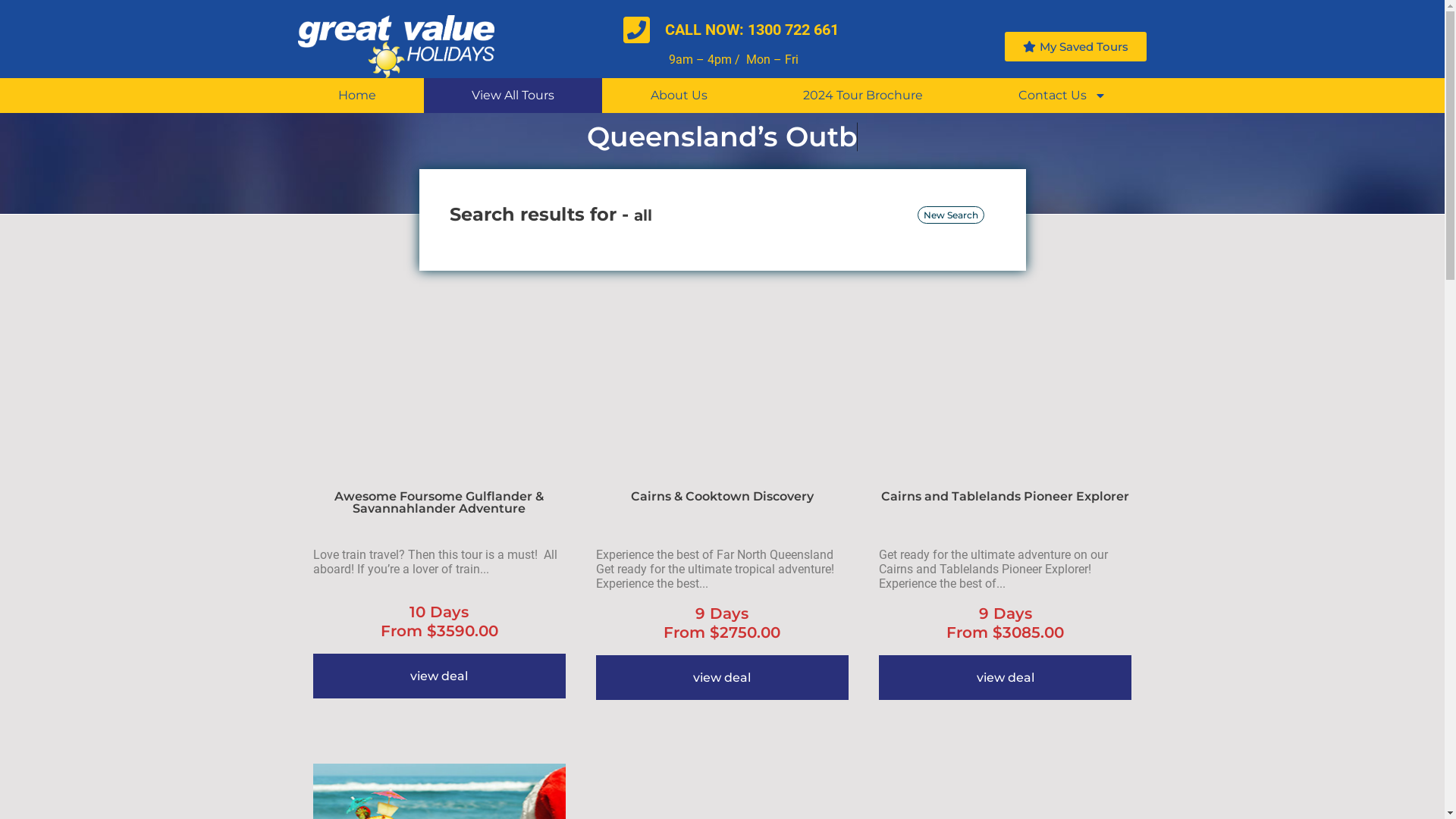 This screenshot has height=819, width=1456. I want to click on 'Contact Us', so click(1062, 96).